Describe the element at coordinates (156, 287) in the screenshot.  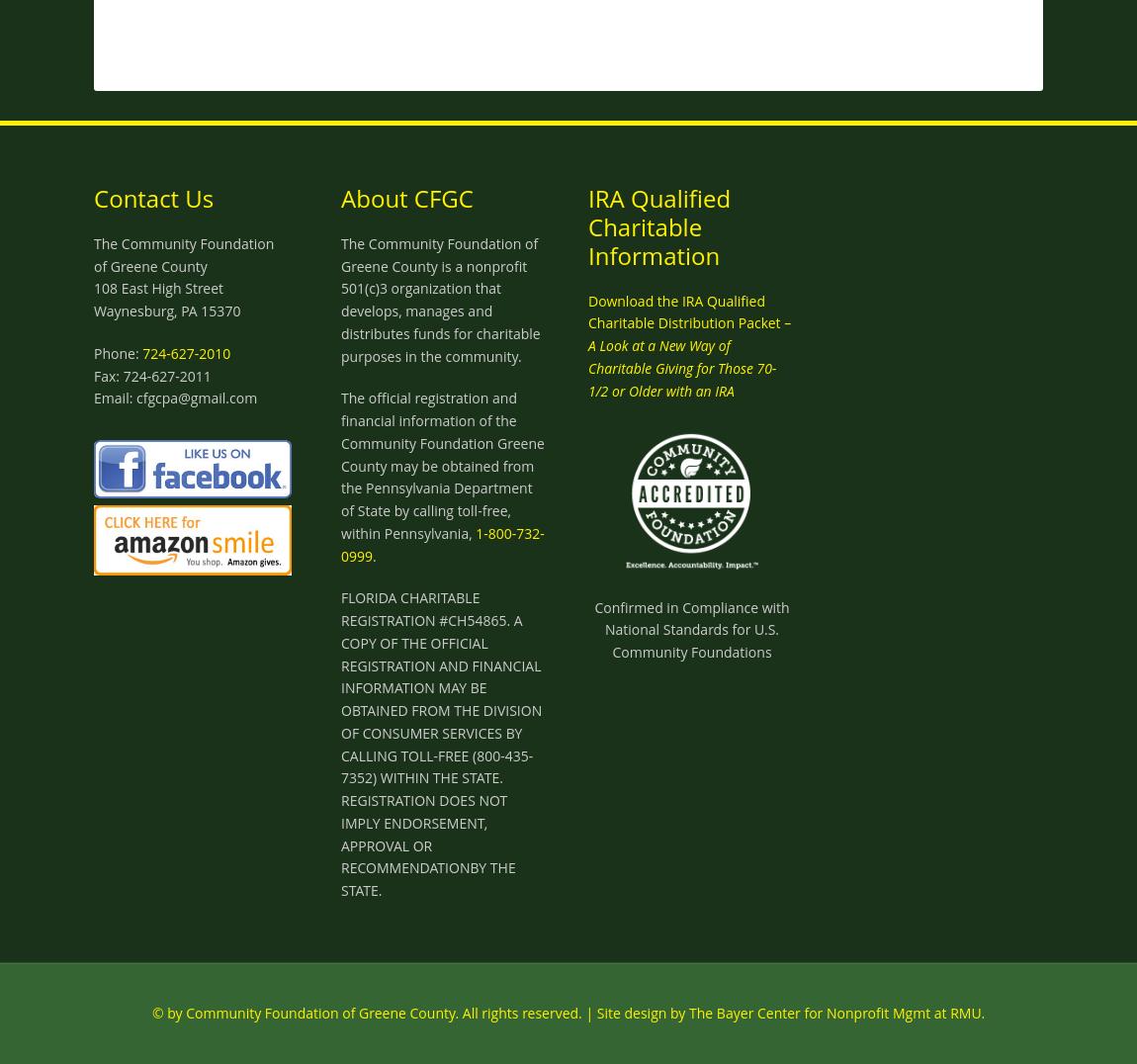
I see `'108 East High Street'` at that location.